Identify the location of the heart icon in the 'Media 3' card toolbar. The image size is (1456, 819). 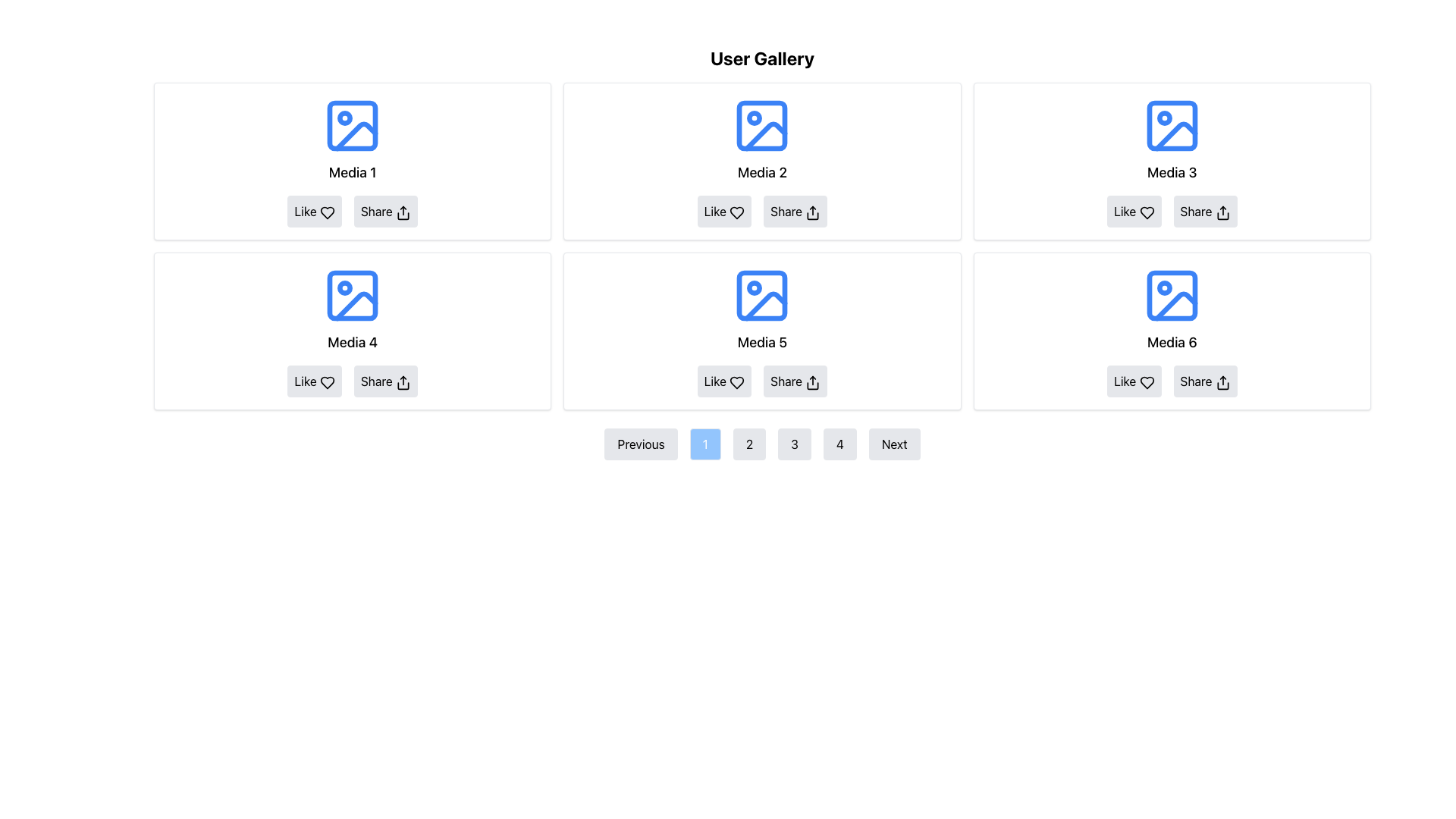
(1147, 212).